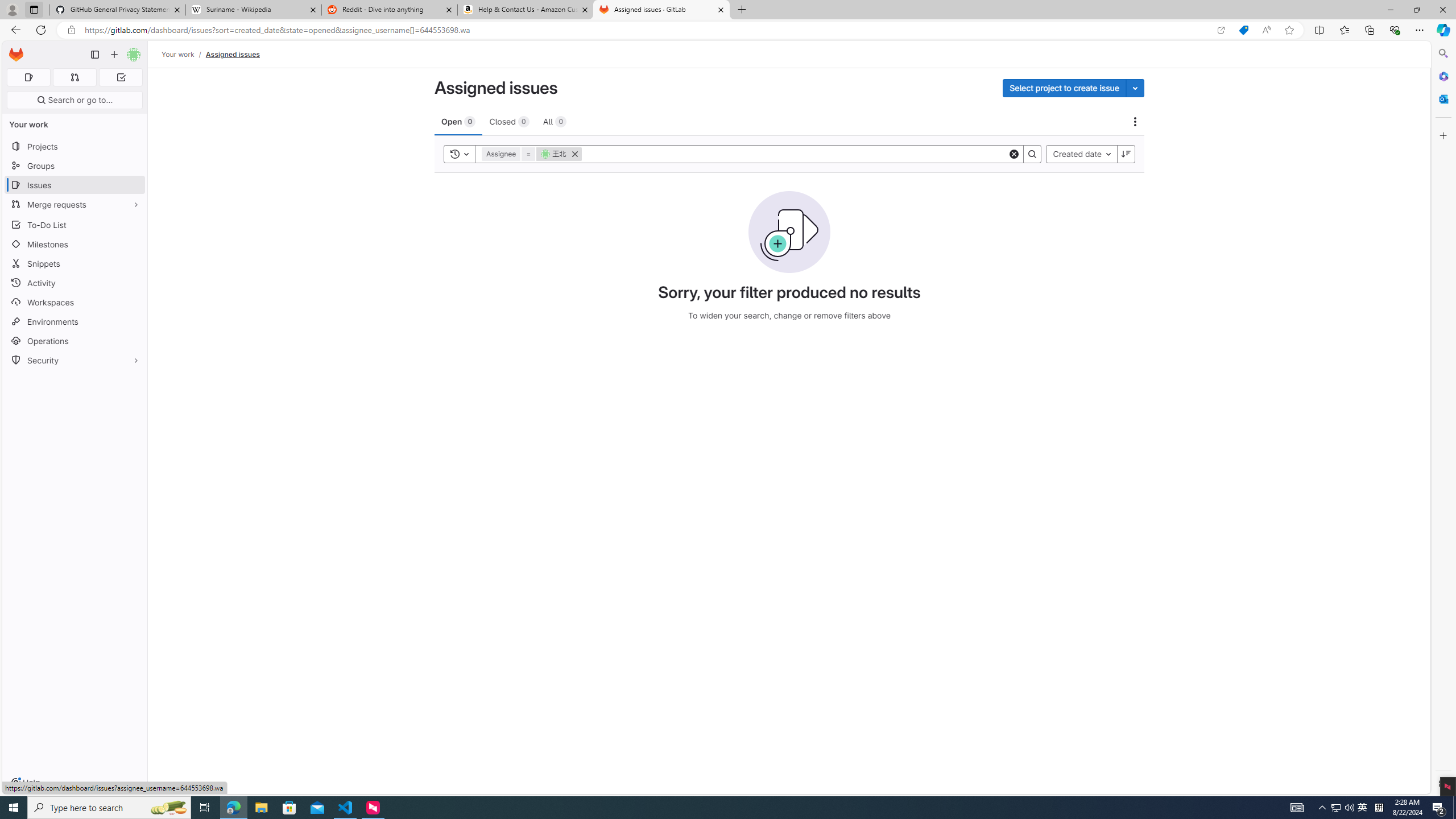  Describe the element at coordinates (1134, 87) in the screenshot. I see `'Toggle project select'` at that location.